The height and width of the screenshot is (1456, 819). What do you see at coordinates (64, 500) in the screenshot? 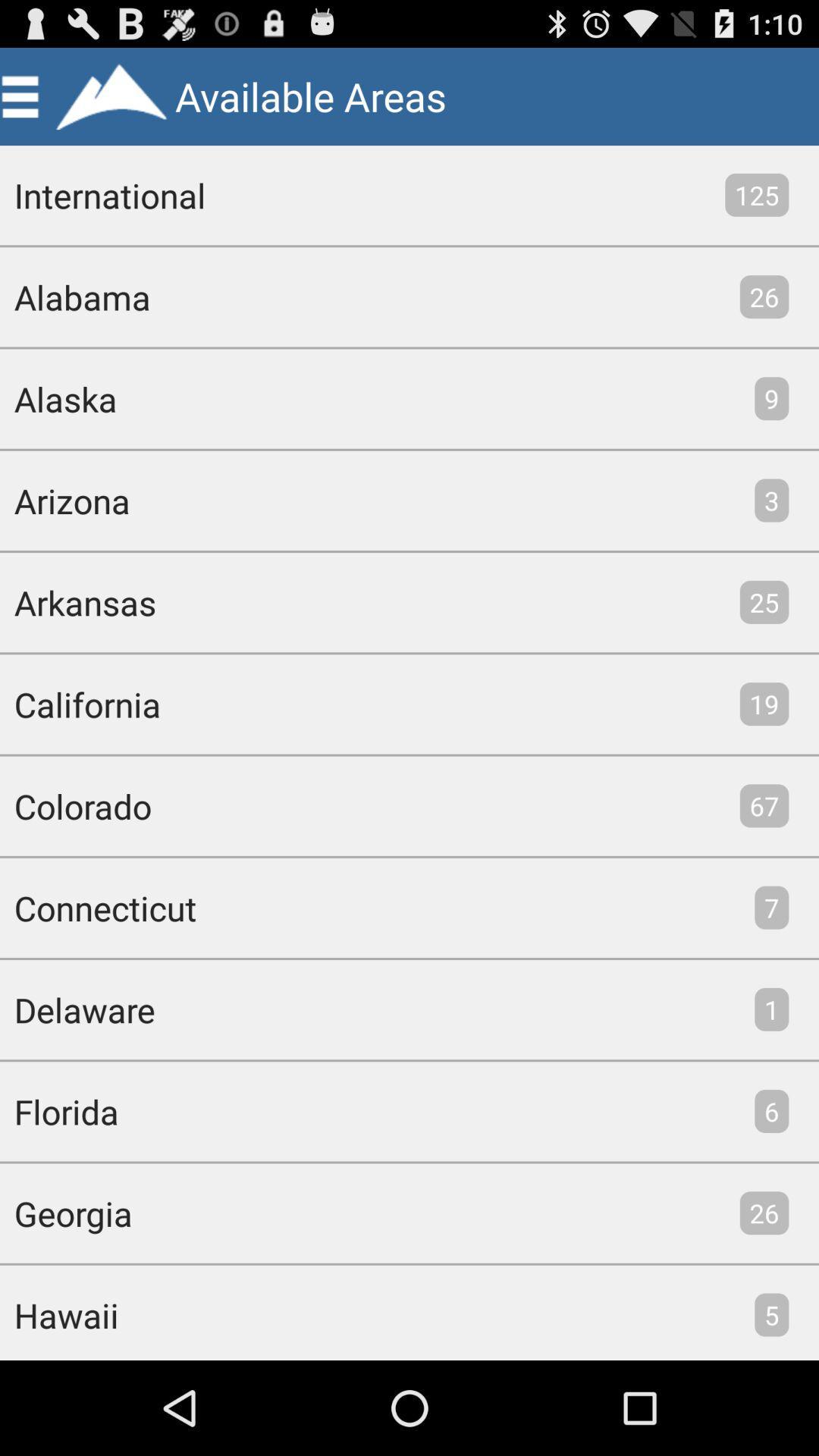
I see `item next to the 3` at bounding box center [64, 500].